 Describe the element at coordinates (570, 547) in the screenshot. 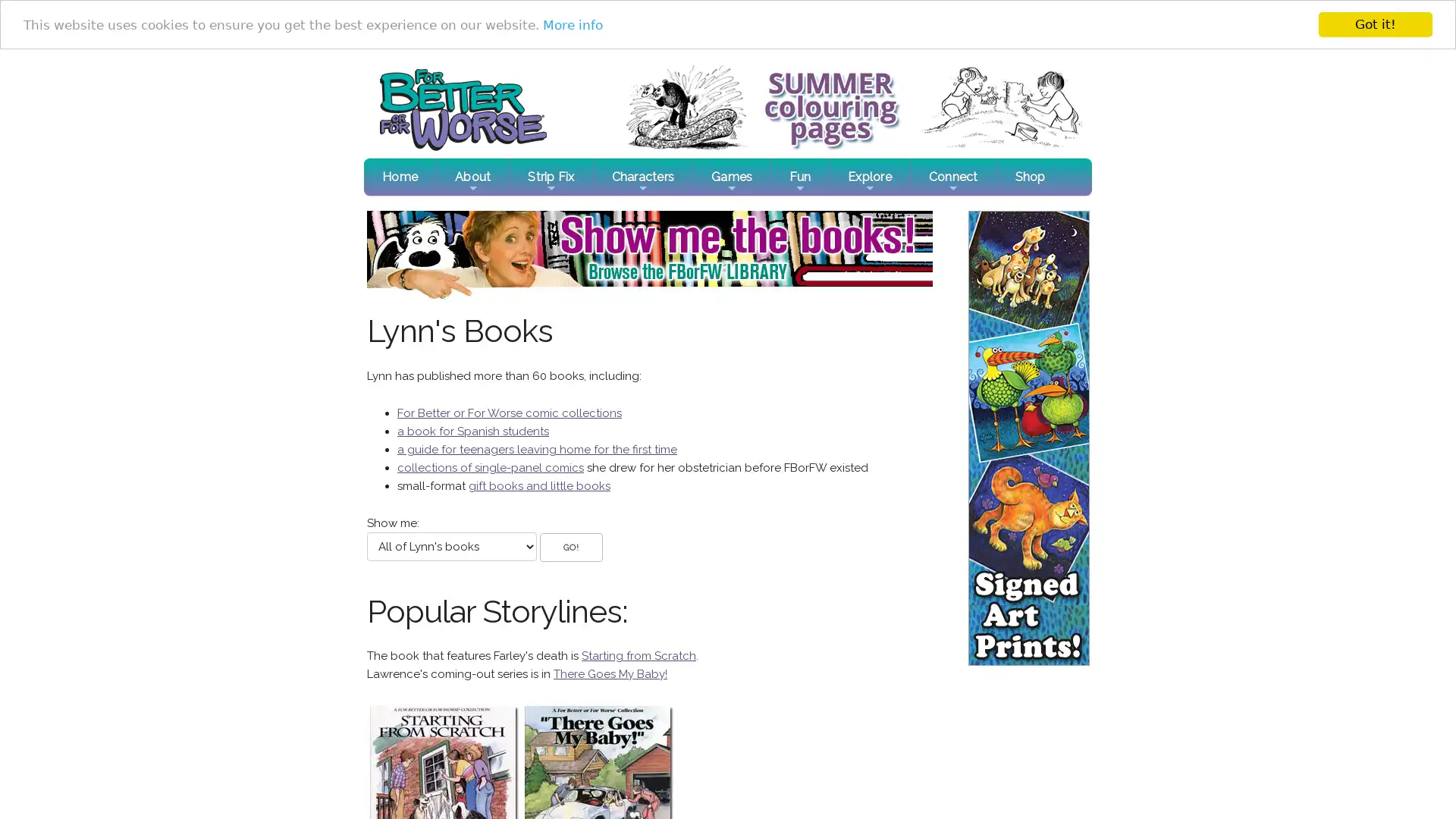

I see `Go!` at that location.